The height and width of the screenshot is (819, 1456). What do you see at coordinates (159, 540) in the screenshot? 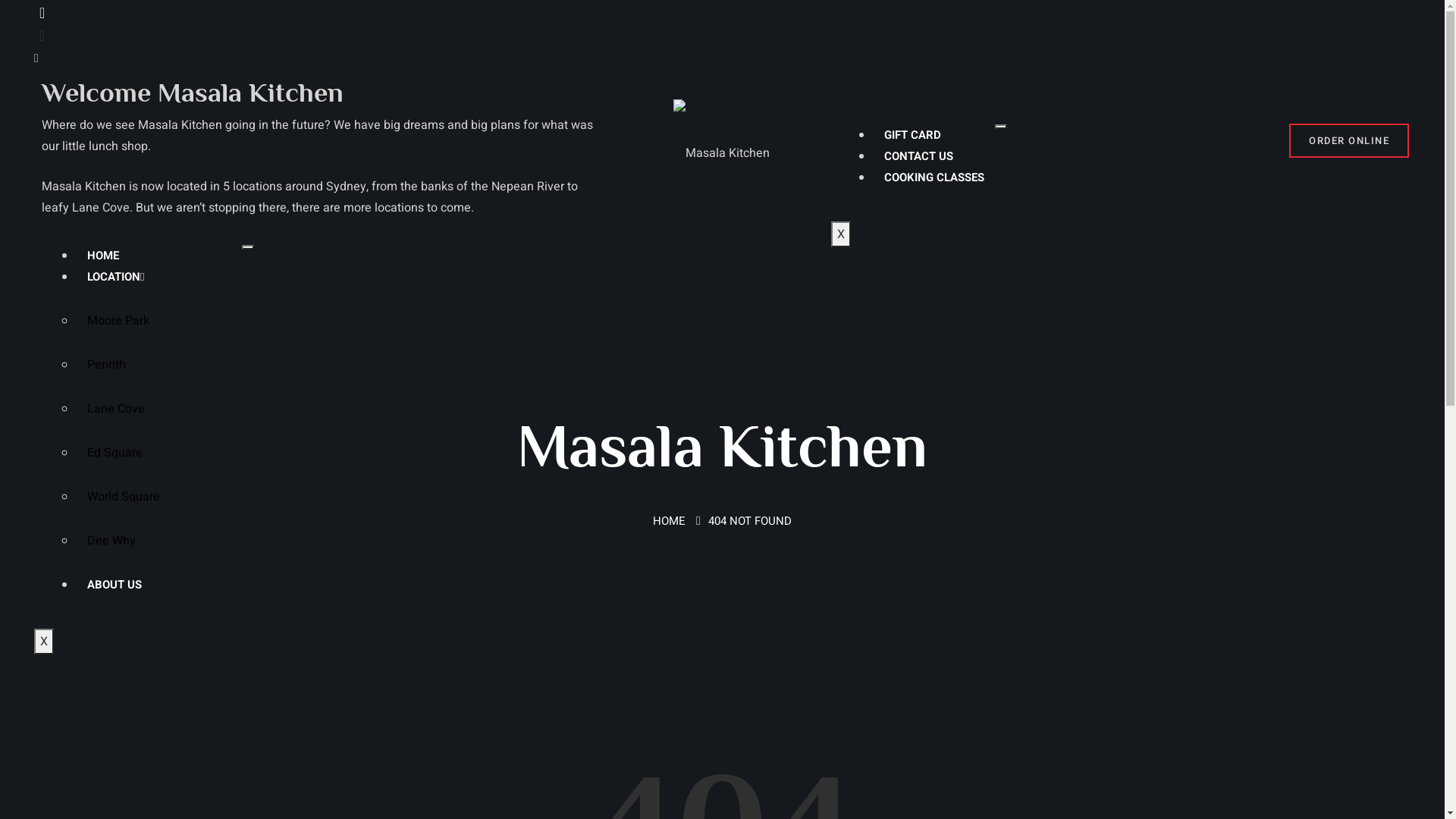
I see `'Dee Why'` at bounding box center [159, 540].